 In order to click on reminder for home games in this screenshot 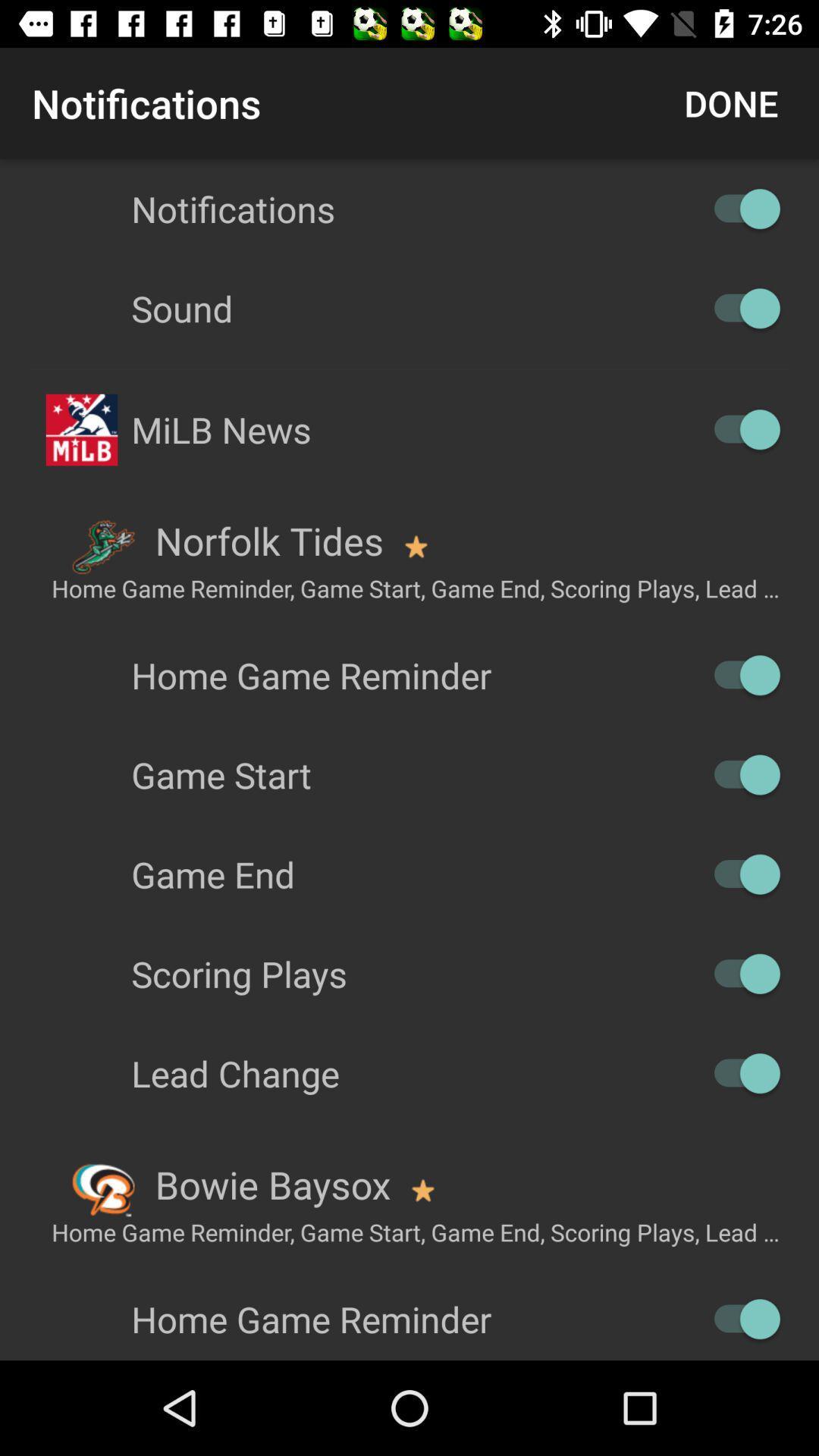, I will do `click(739, 1318)`.